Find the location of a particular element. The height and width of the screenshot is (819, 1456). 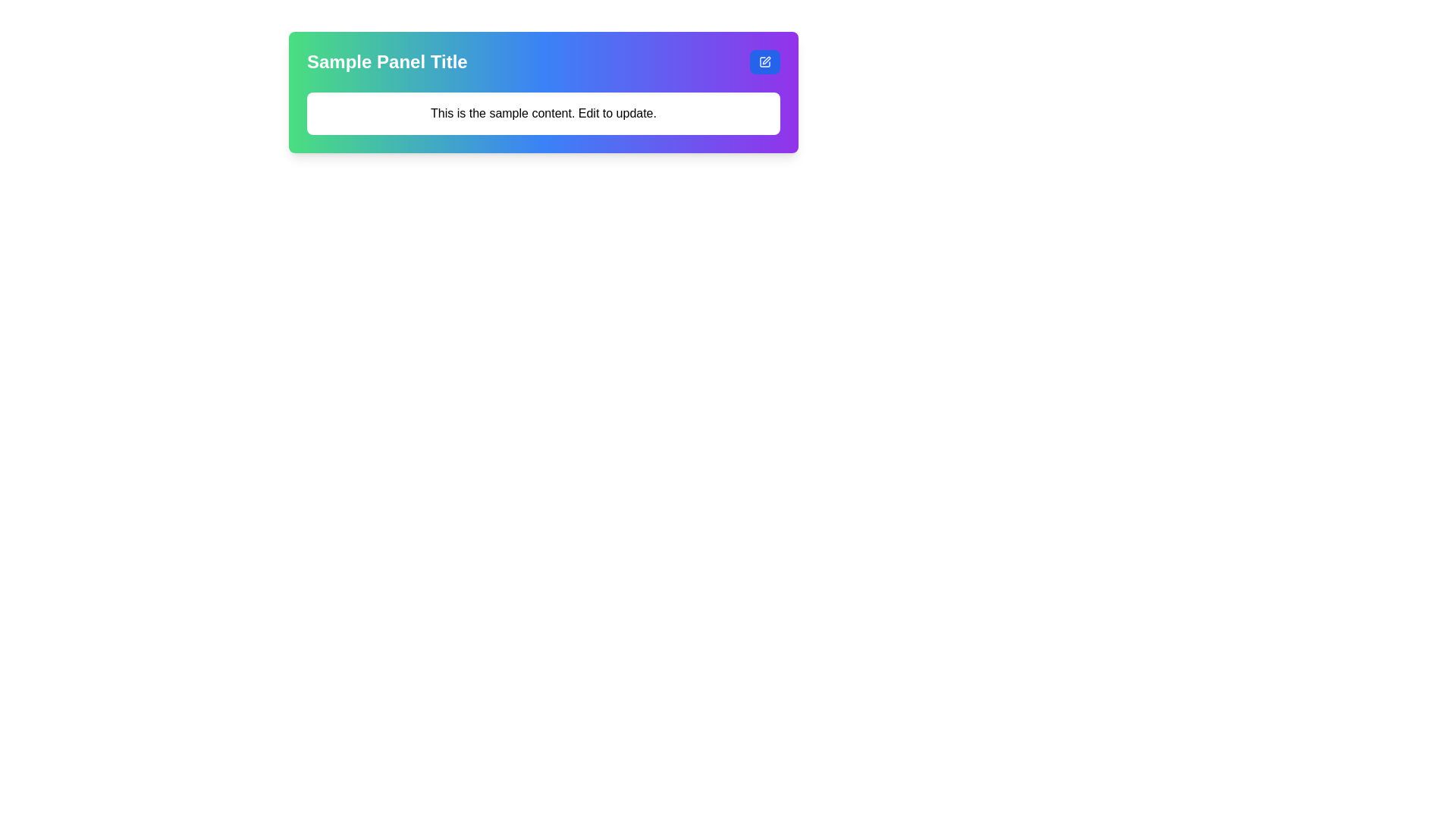

the edit icon located within the blue button at the top-right corner of the panel is located at coordinates (764, 61).